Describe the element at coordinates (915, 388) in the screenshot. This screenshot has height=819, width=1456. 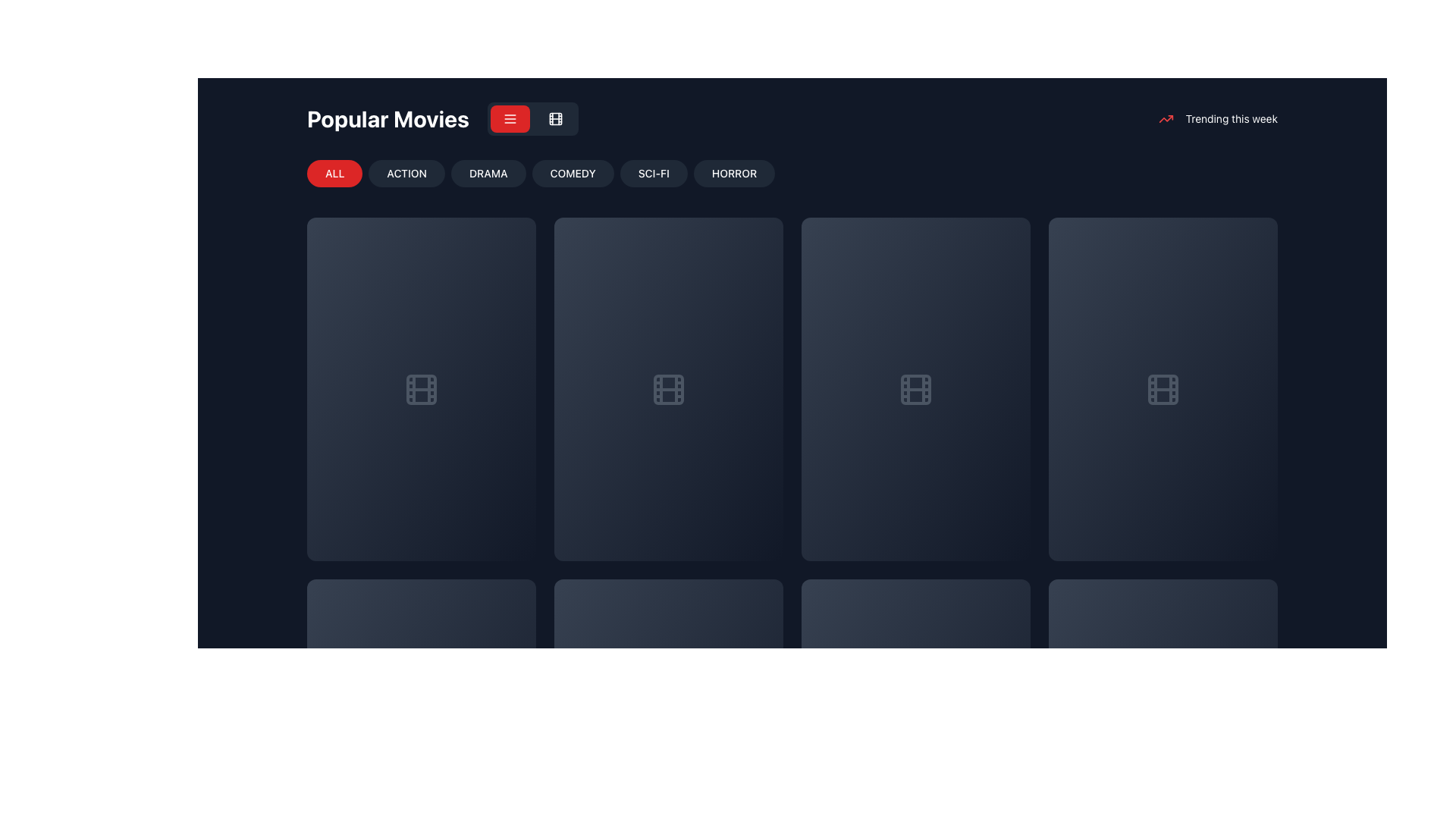
I see `the media icon located in the second row and third column of the grid layout, which visually represents a movie or media item` at that location.